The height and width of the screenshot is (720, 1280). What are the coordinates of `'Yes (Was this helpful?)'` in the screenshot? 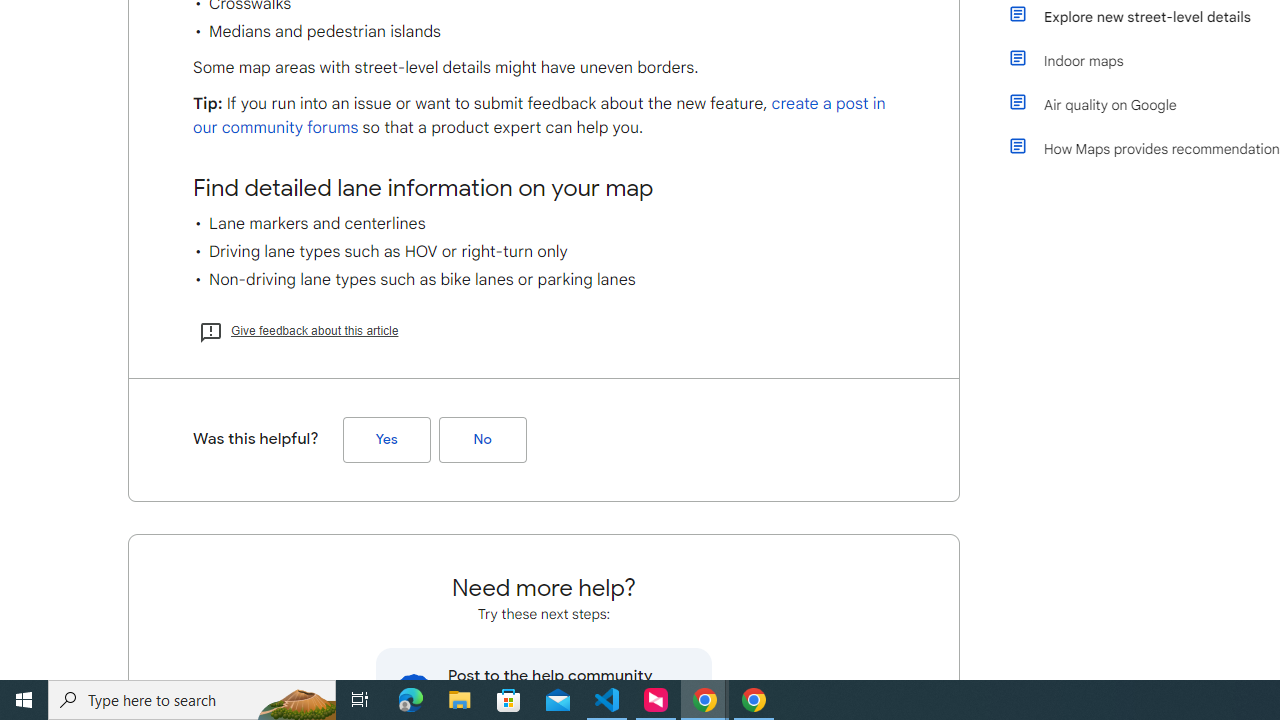 It's located at (386, 438).